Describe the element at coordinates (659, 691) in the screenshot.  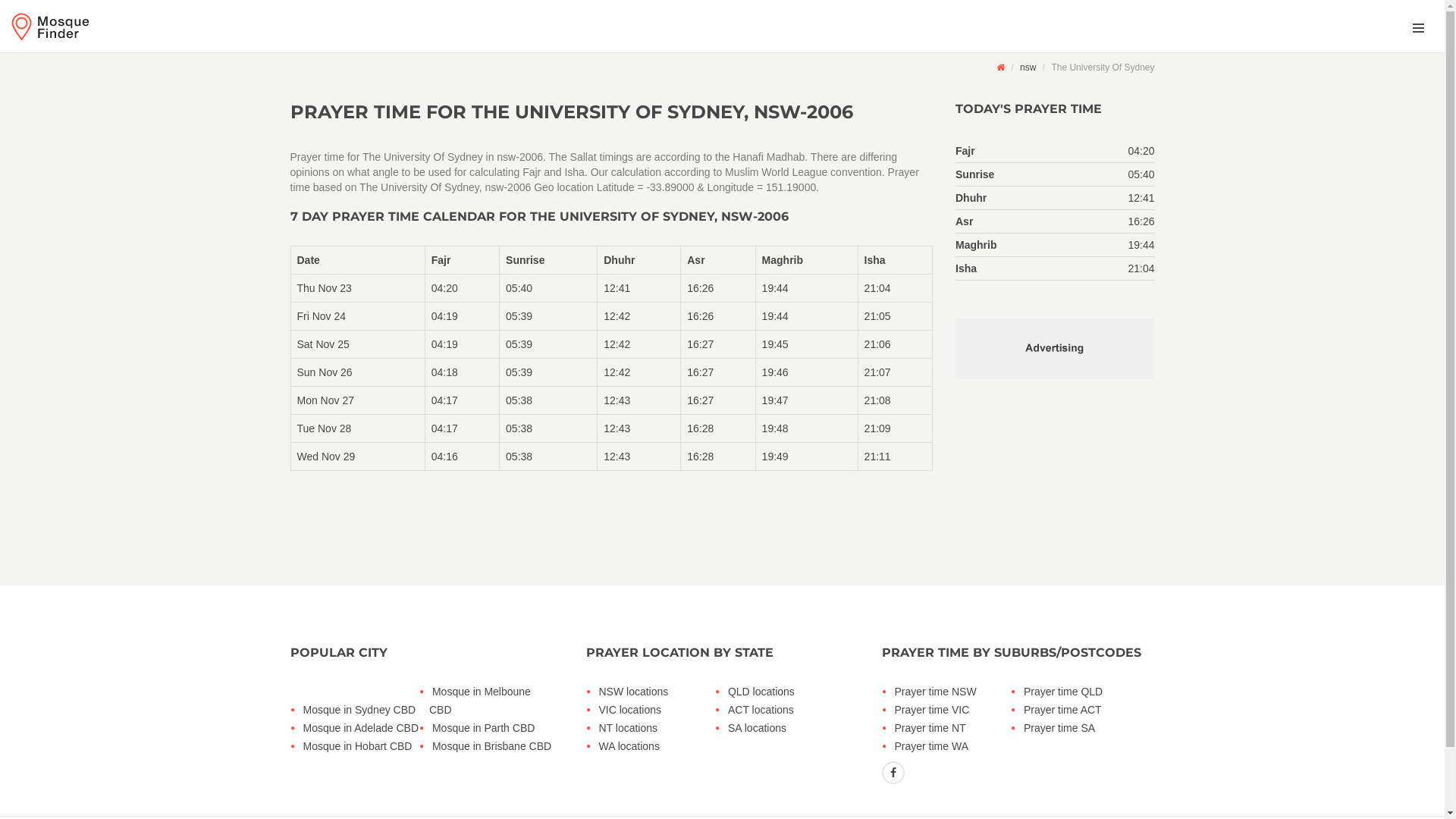
I see `'NSW locations'` at that location.